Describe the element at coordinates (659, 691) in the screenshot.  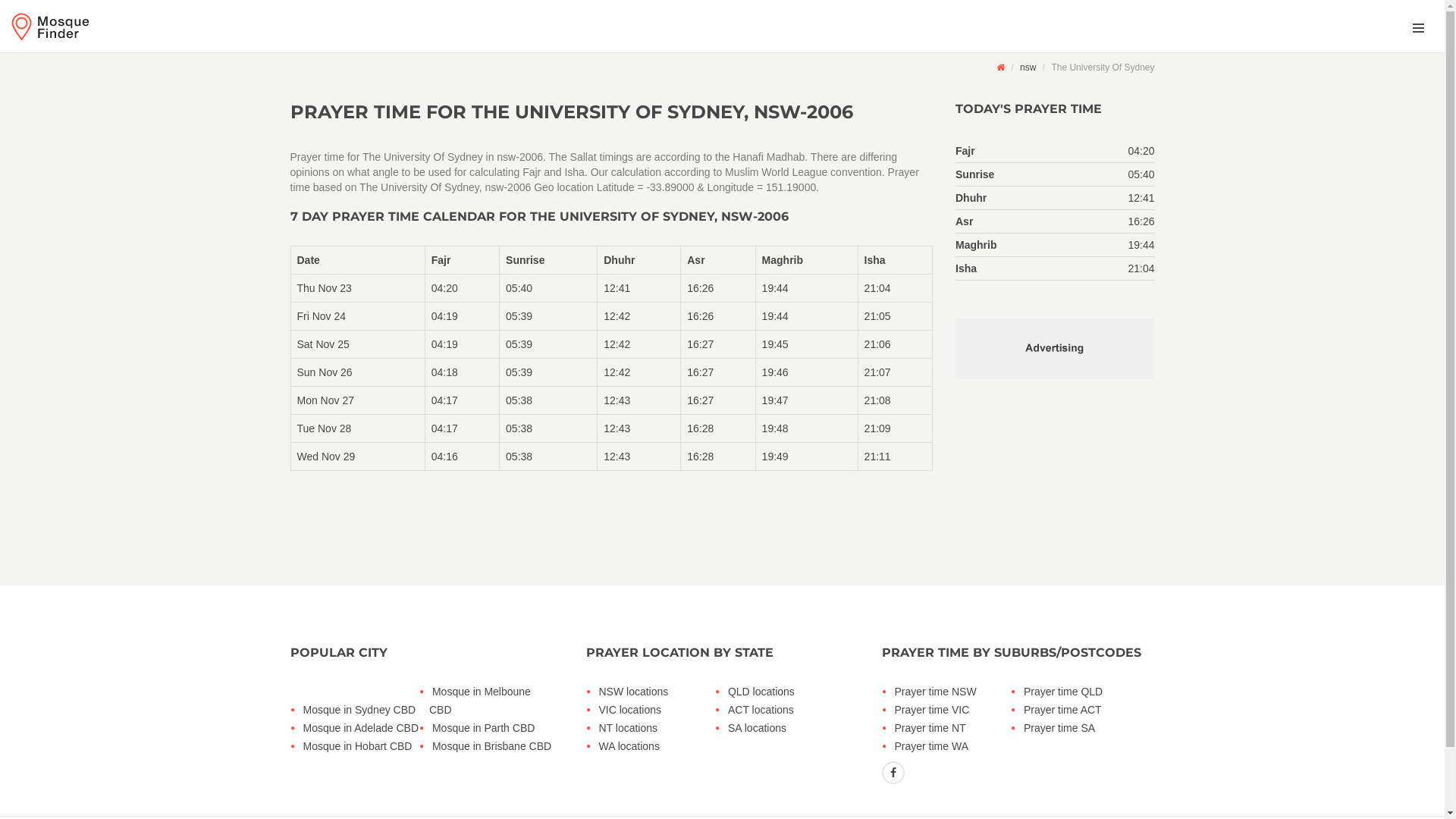
I see `'NSW locations'` at that location.